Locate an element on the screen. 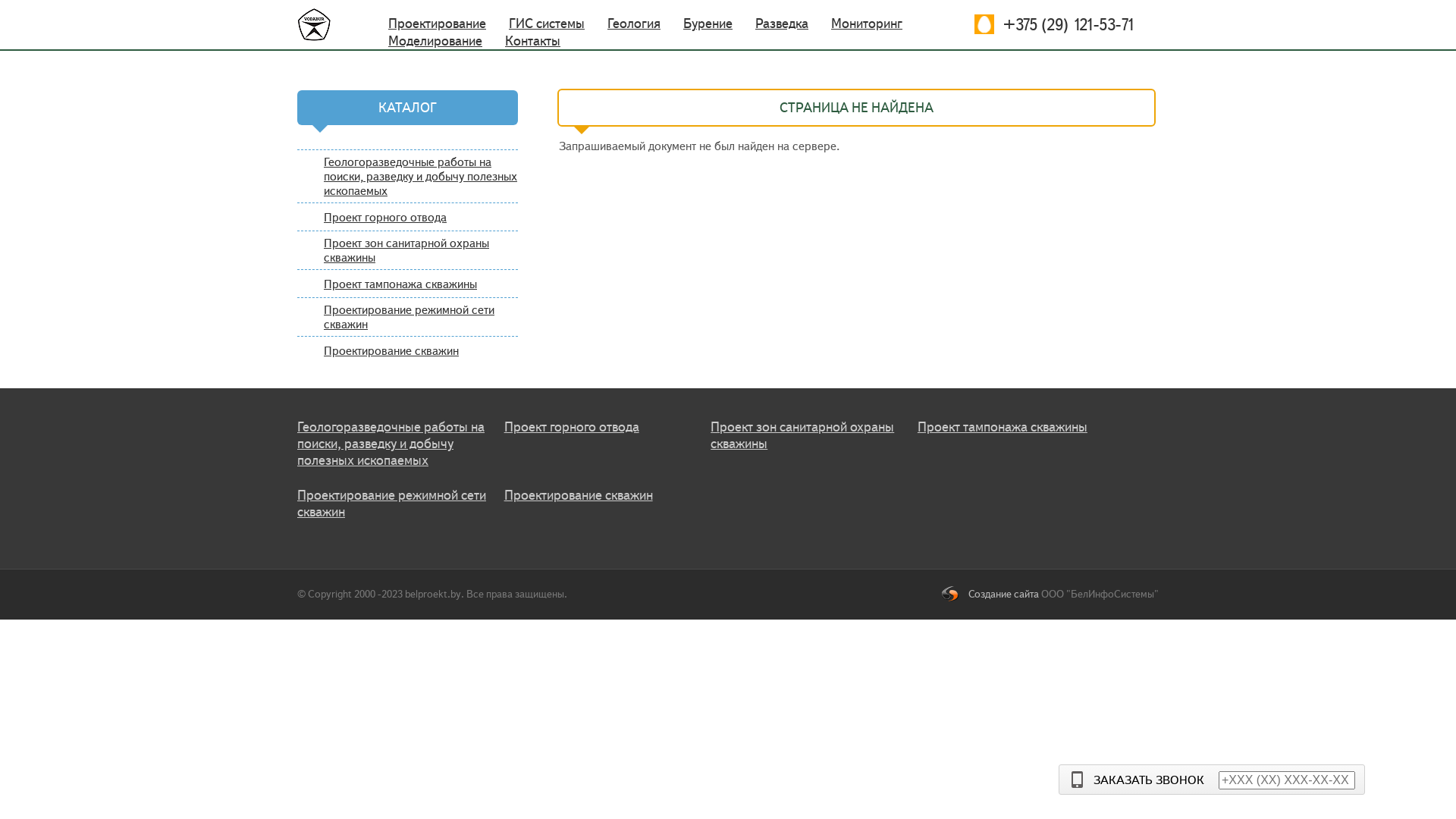  'http://belproekt.by/' is located at coordinates (331, 24).